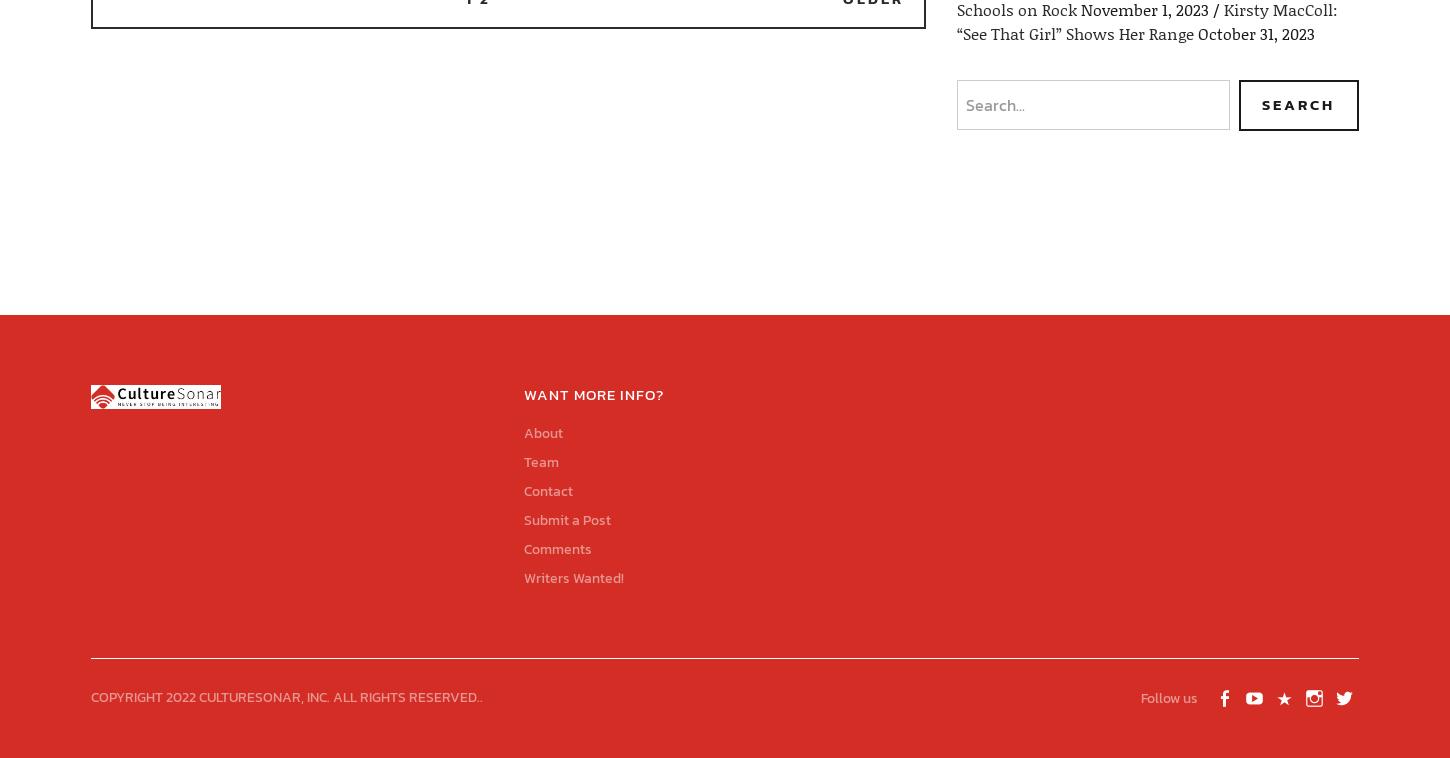 This screenshot has width=1450, height=758. Describe the element at coordinates (593, 392) in the screenshot. I see `'Want more info?'` at that location.